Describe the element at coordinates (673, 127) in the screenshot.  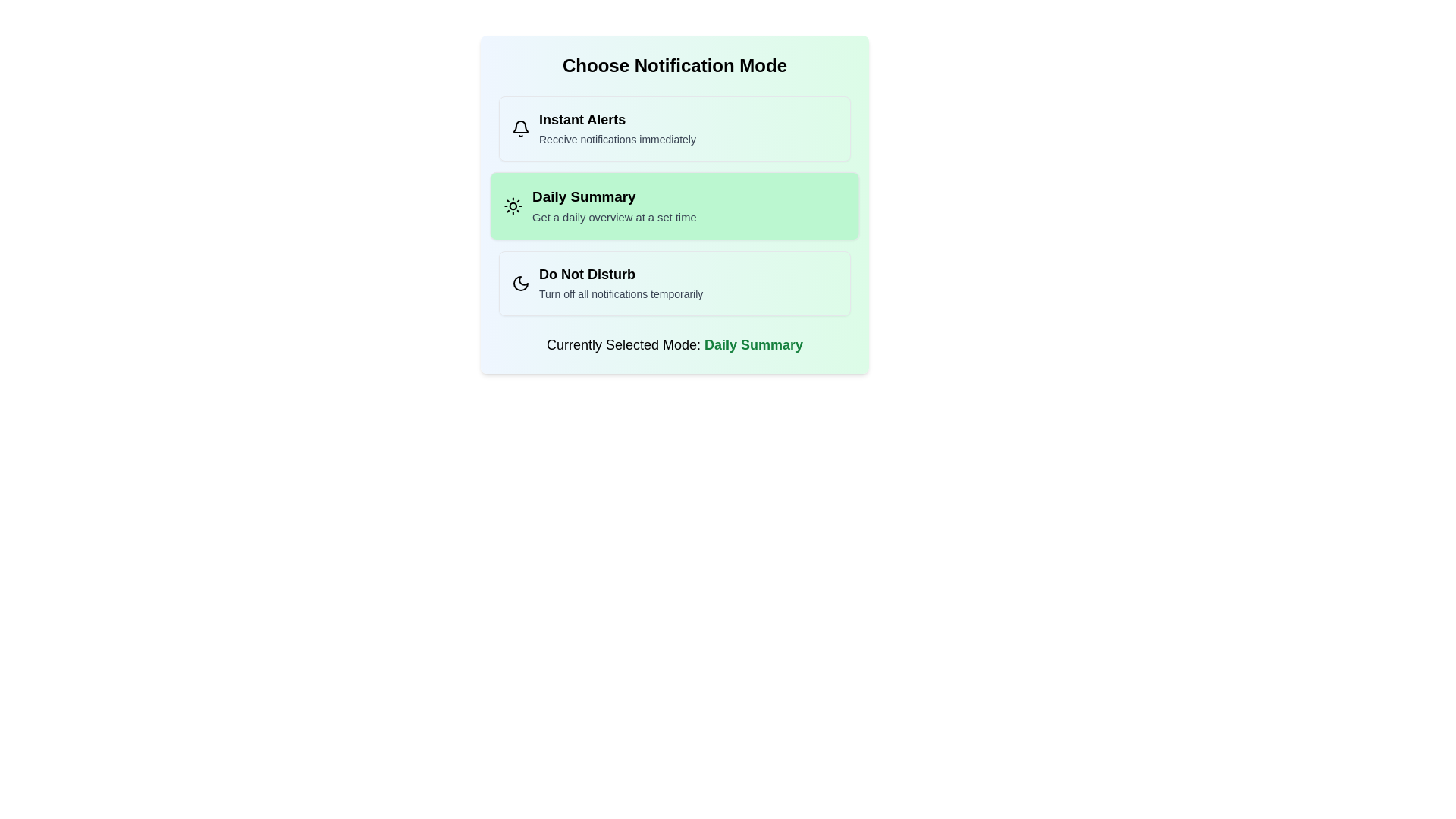
I see `the 'Instant Alerts' button, which is the first option in the 'Choose Notification Mode' card` at that location.